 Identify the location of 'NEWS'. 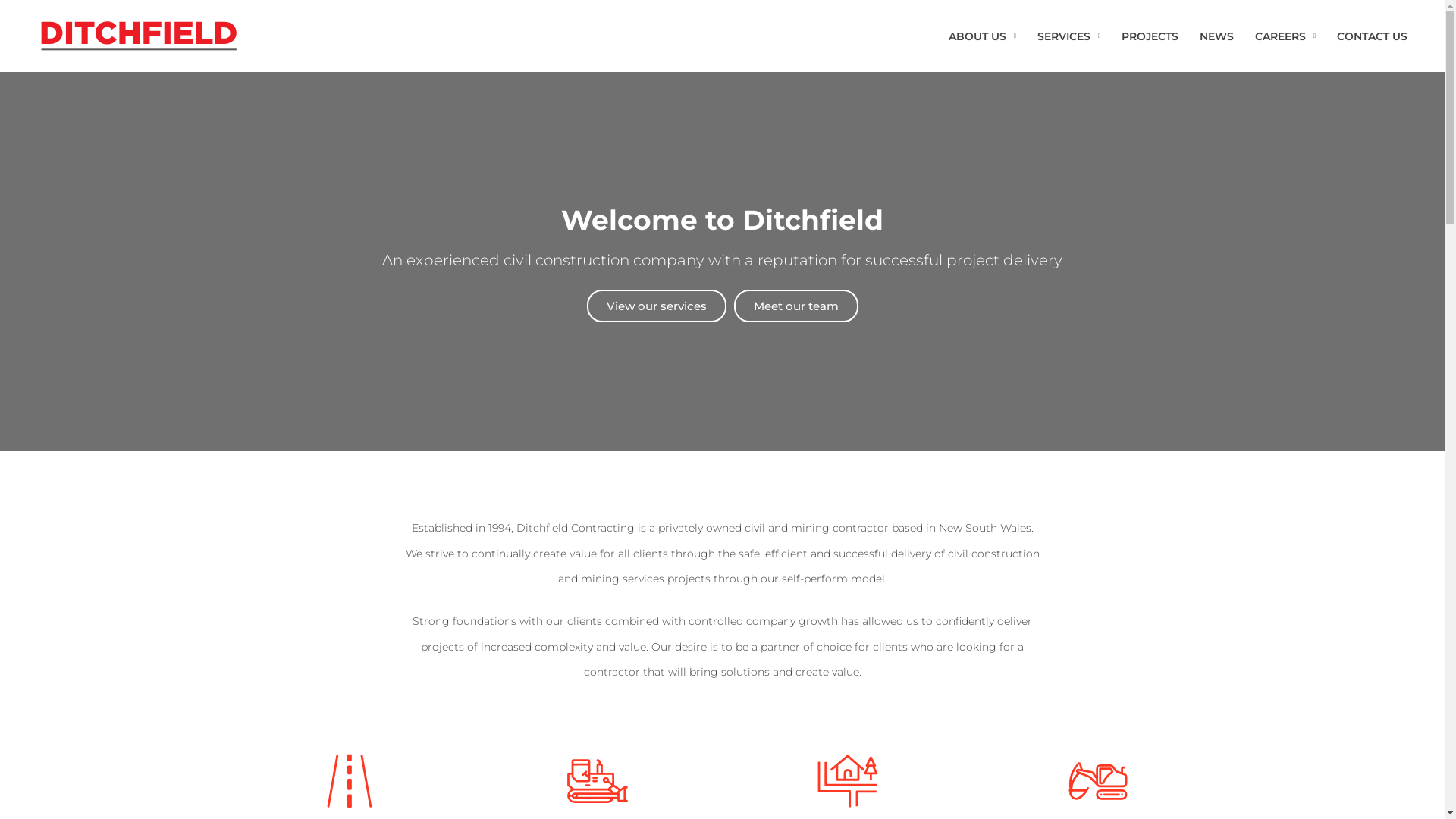
(1188, 35).